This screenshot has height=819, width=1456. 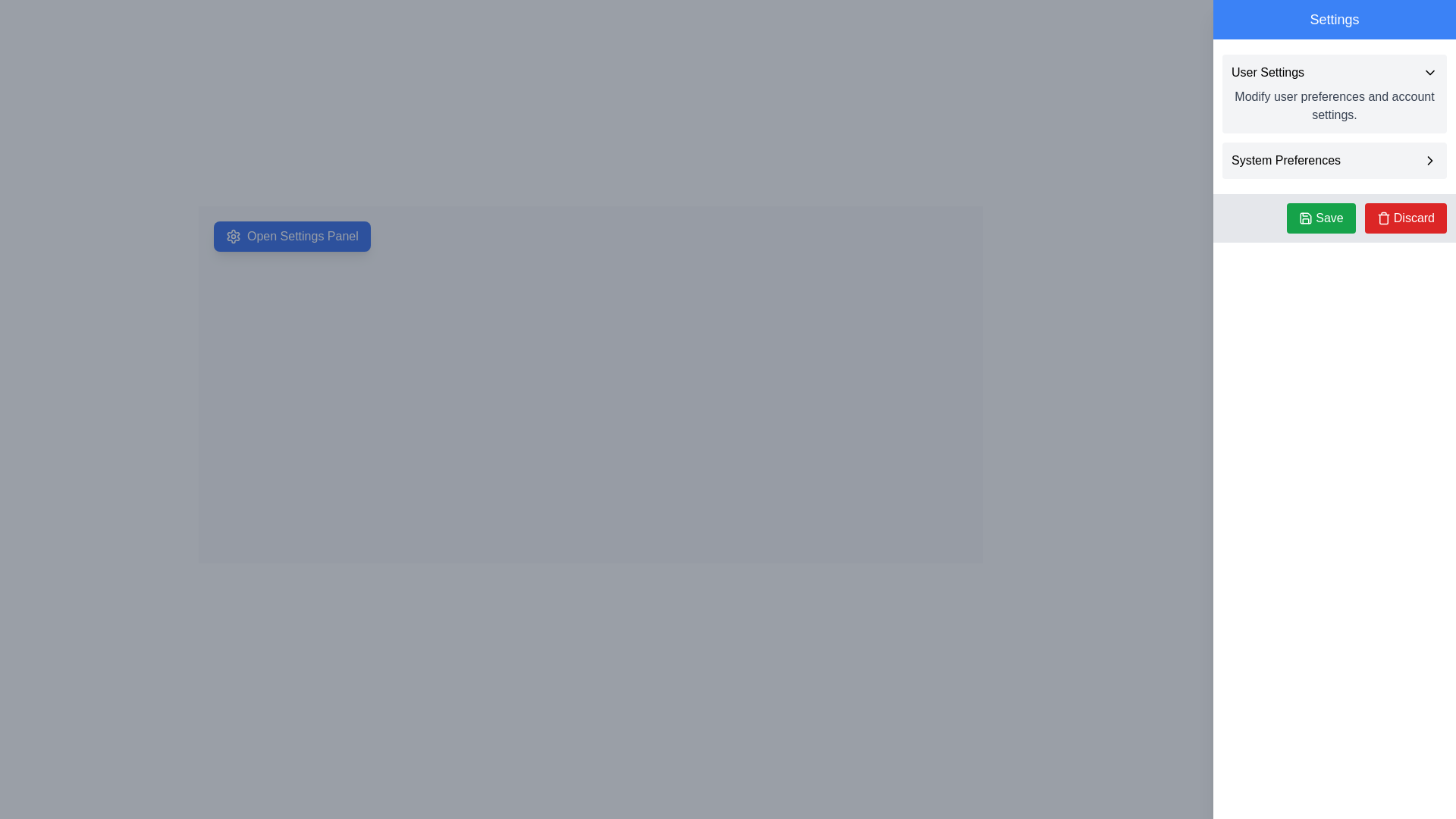 What do you see at coordinates (1285, 161) in the screenshot?
I see `the 'System Preferences' text label located in the right panel under 'User Settings'` at bounding box center [1285, 161].